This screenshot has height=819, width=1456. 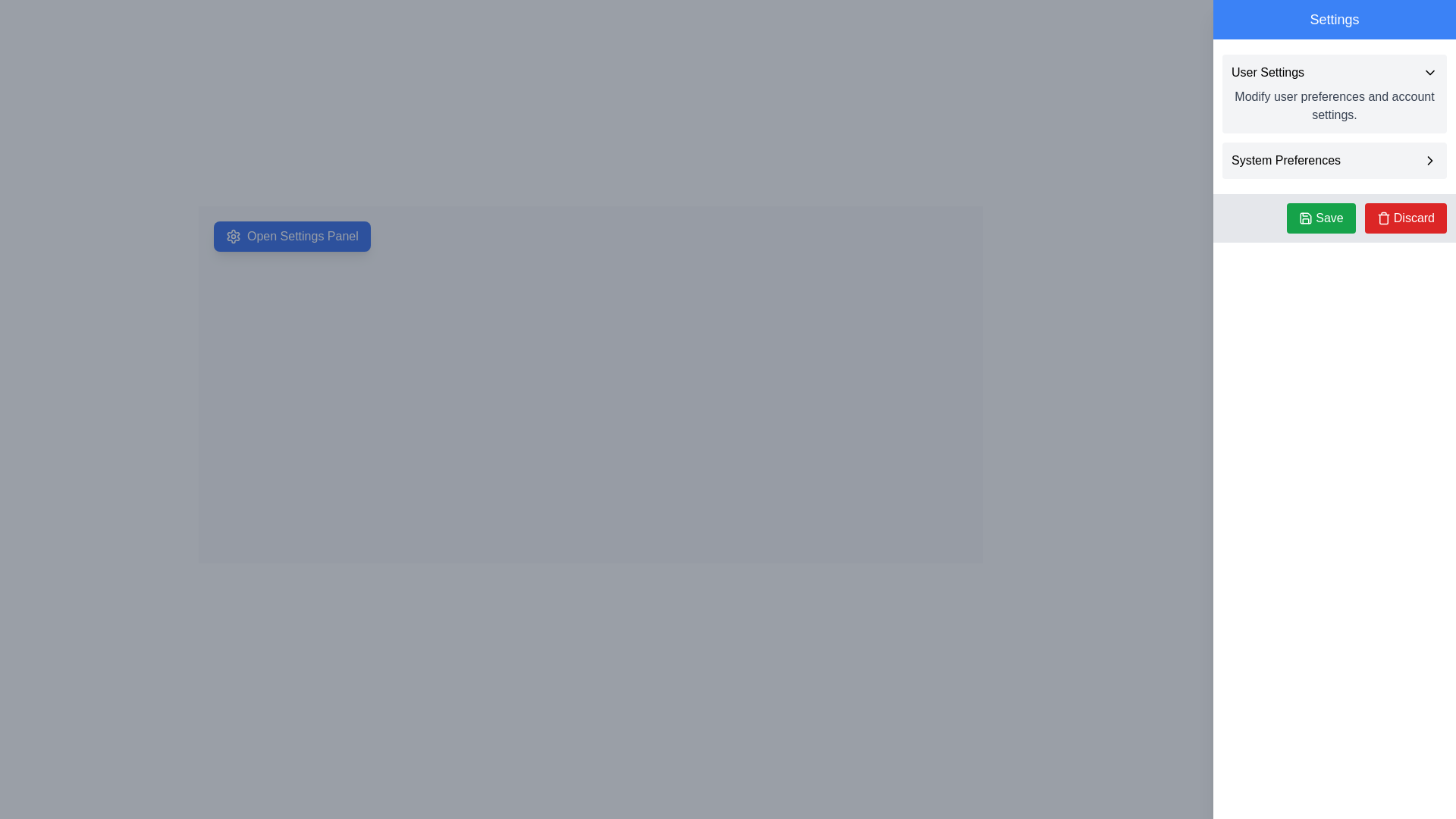 What do you see at coordinates (1285, 161) in the screenshot?
I see `the 'System Preferences' text label located in the right panel under 'User Settings'` at bounding box center [1285, 161].